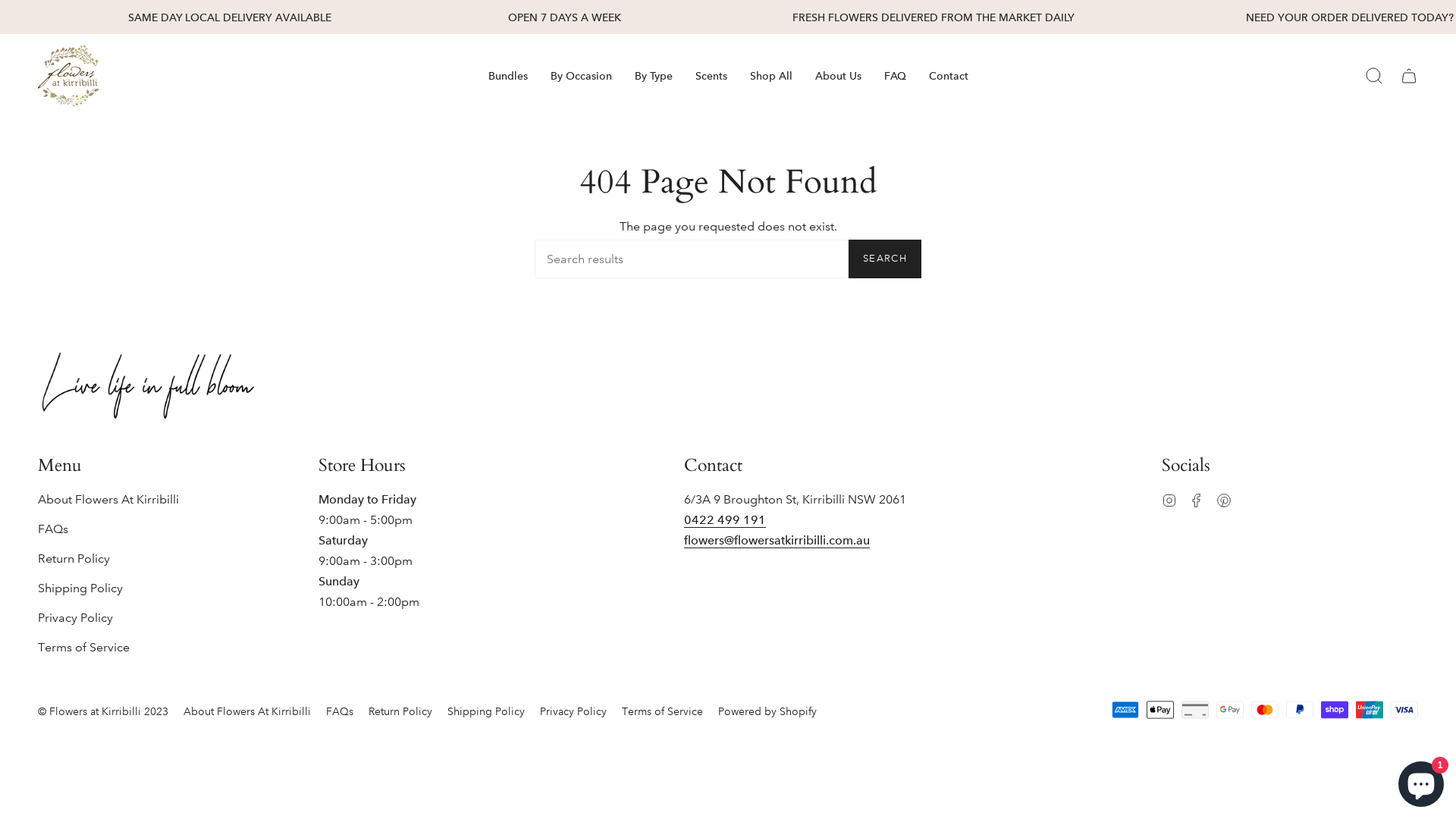  I want to click on 'Powered by Shopify', so click(767, 711).